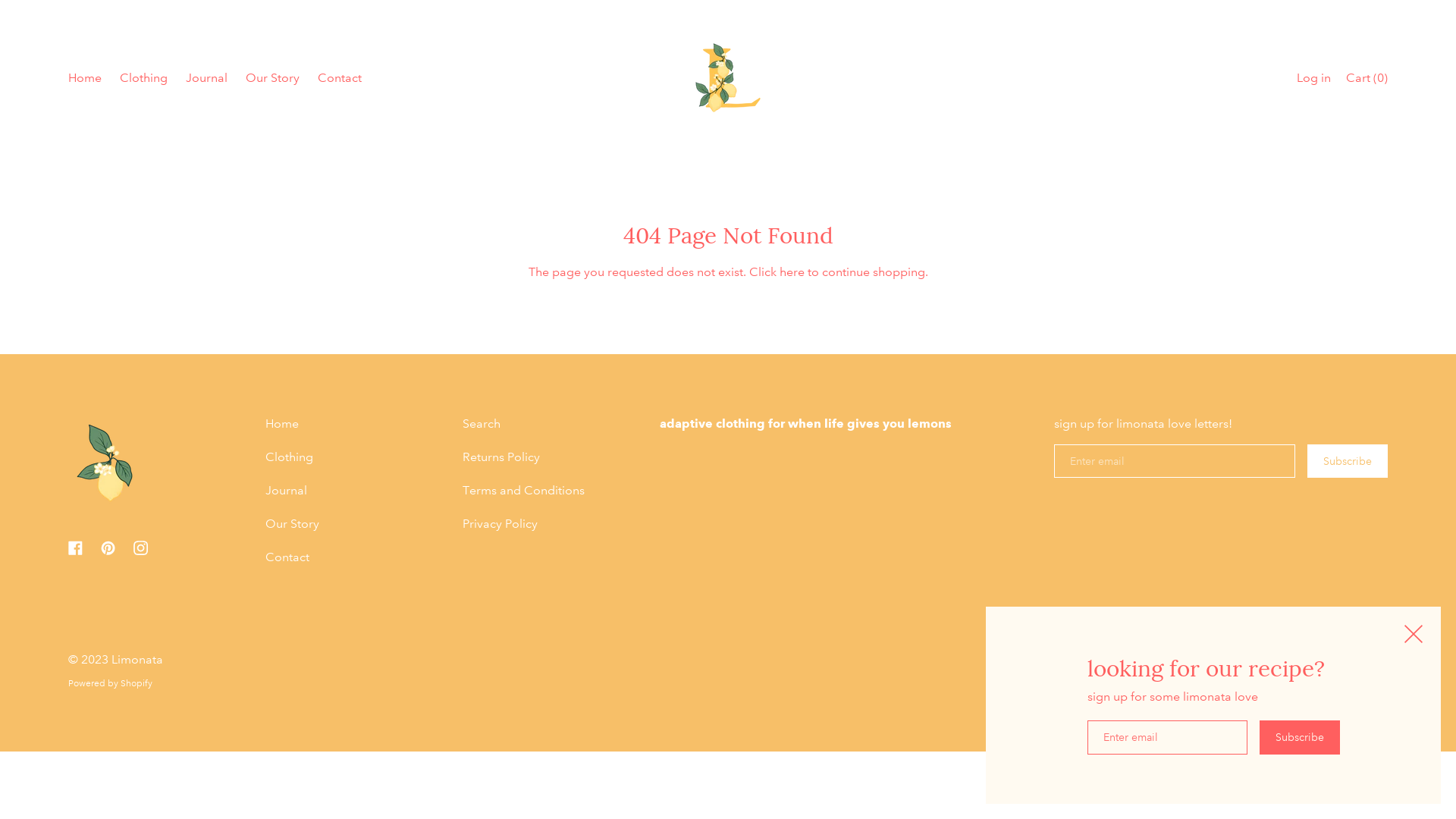  What do you see at coordinates (338, 79) in the screenshot?
I see `'Contact'` at bounding box center [338, 79].